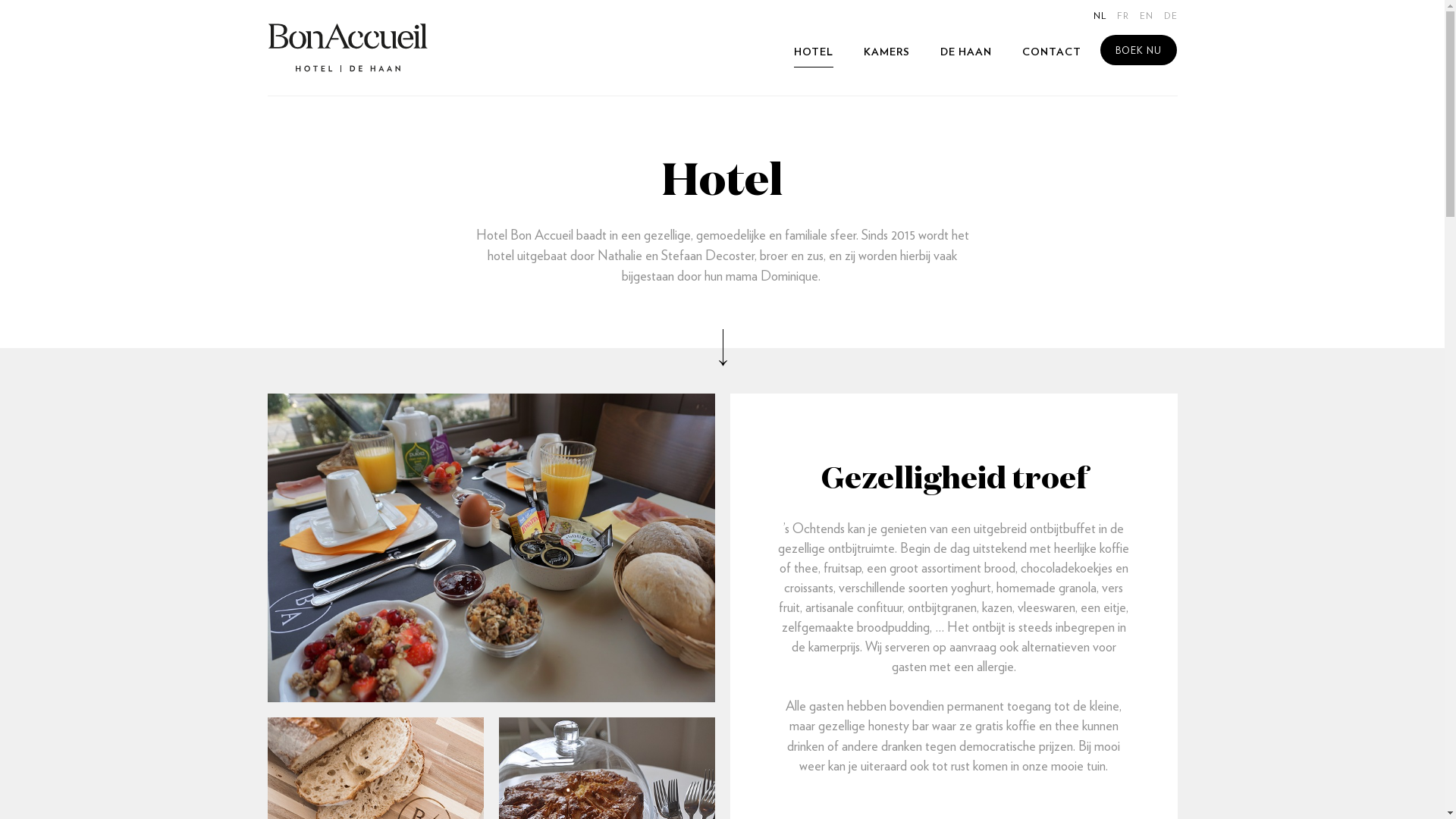 This screenshot has width=1456, height=819. Describe the element at coordinates (1122, 16) in the screenshot. I see `'FR'` at that location.